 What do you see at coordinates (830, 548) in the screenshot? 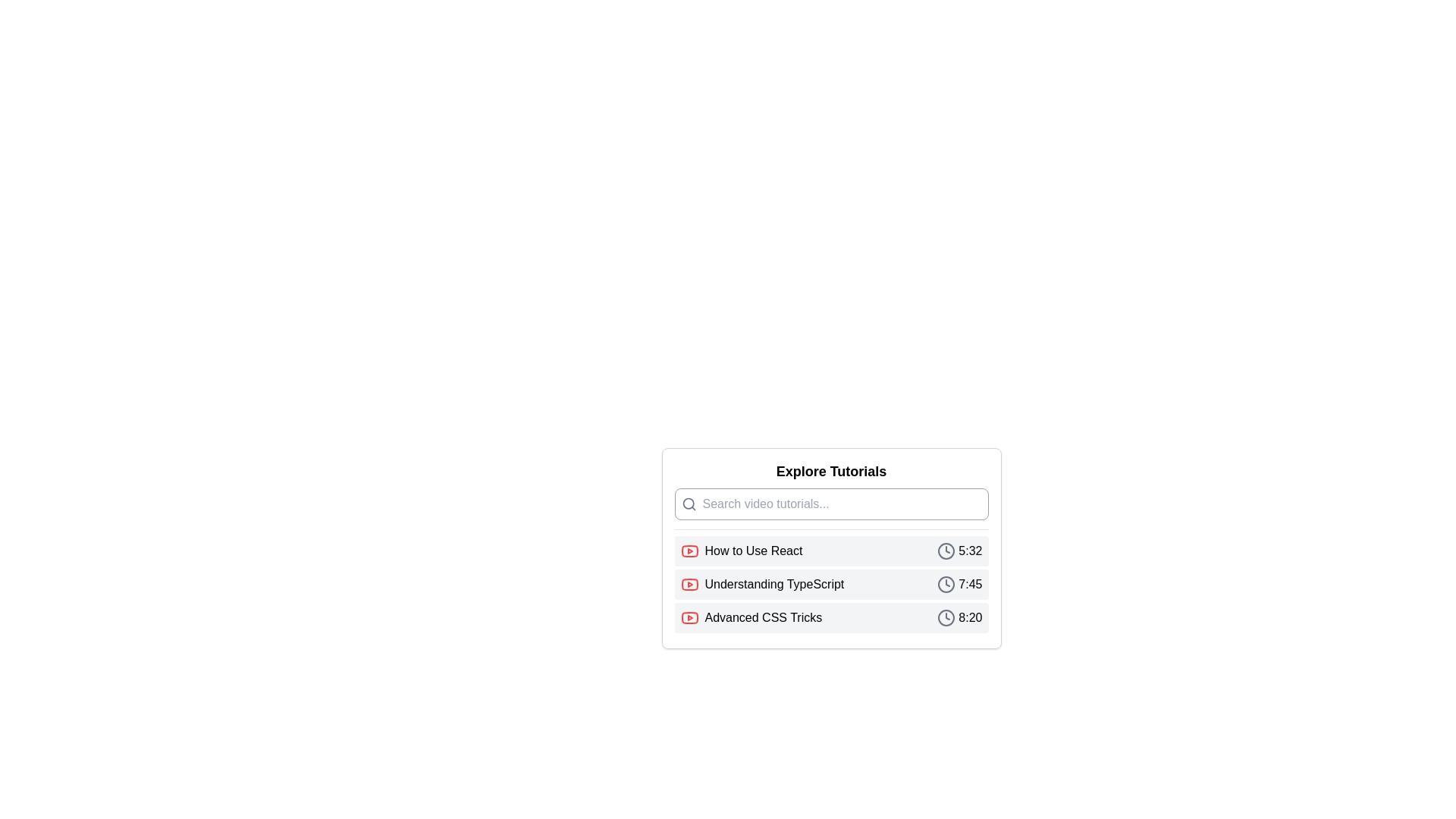
I see `the first clickable list item displaying video tutorials` at bounding box center [830, 548].